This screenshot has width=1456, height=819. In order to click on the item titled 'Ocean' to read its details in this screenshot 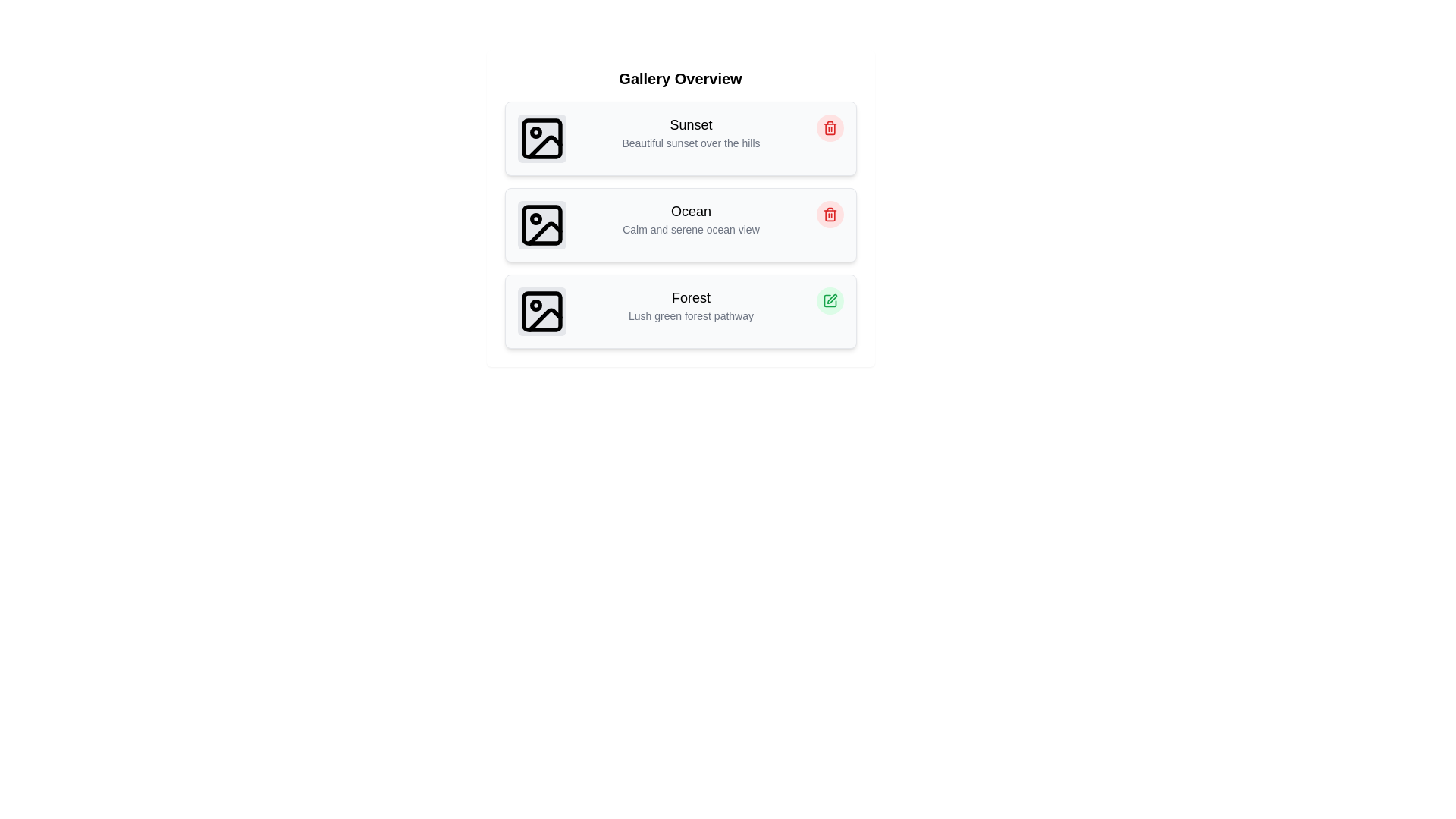, I will do `click(679, 225)`.